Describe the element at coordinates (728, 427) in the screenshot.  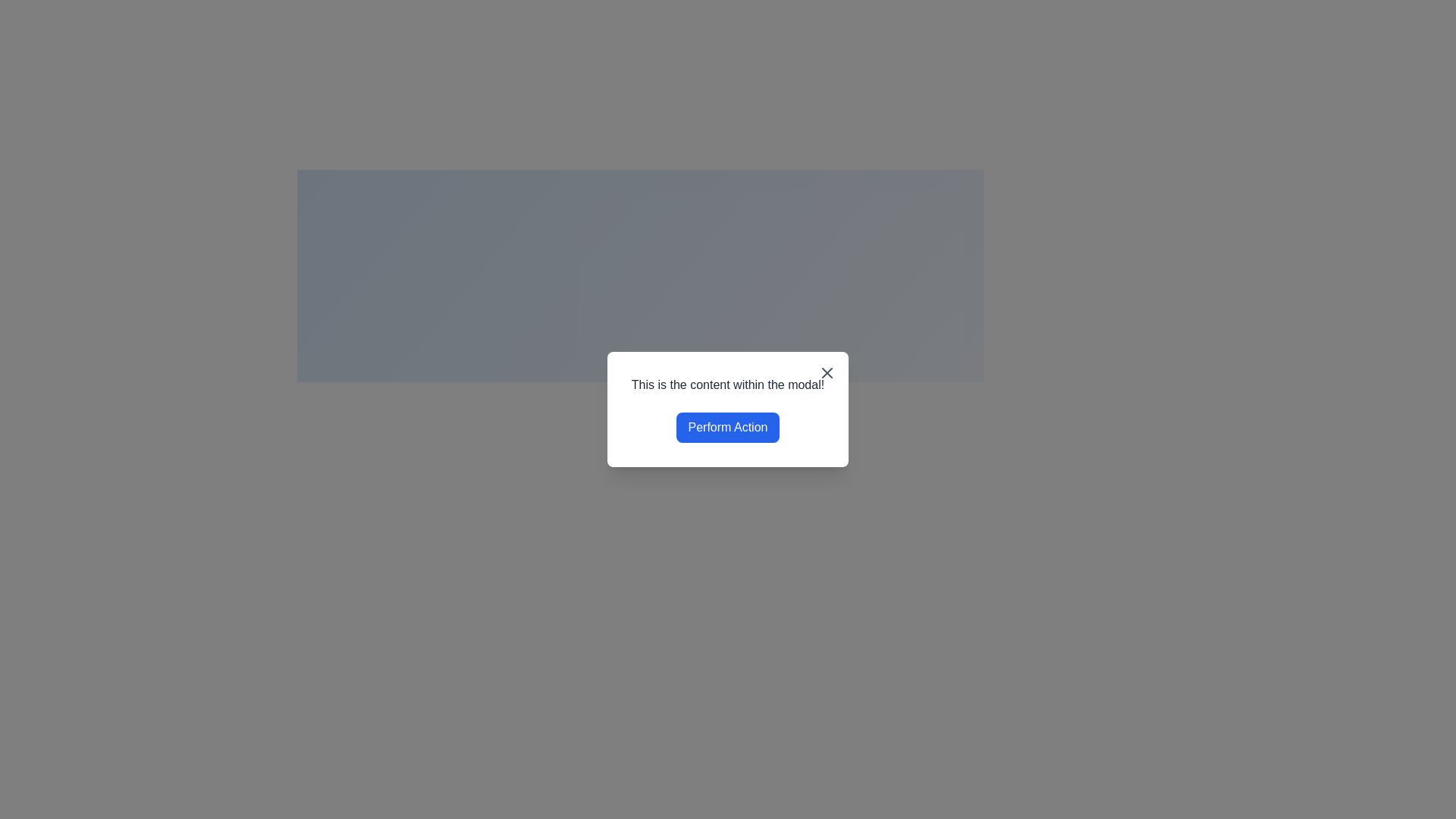
I see `the button located at the bottom center of the modal window` at that location.